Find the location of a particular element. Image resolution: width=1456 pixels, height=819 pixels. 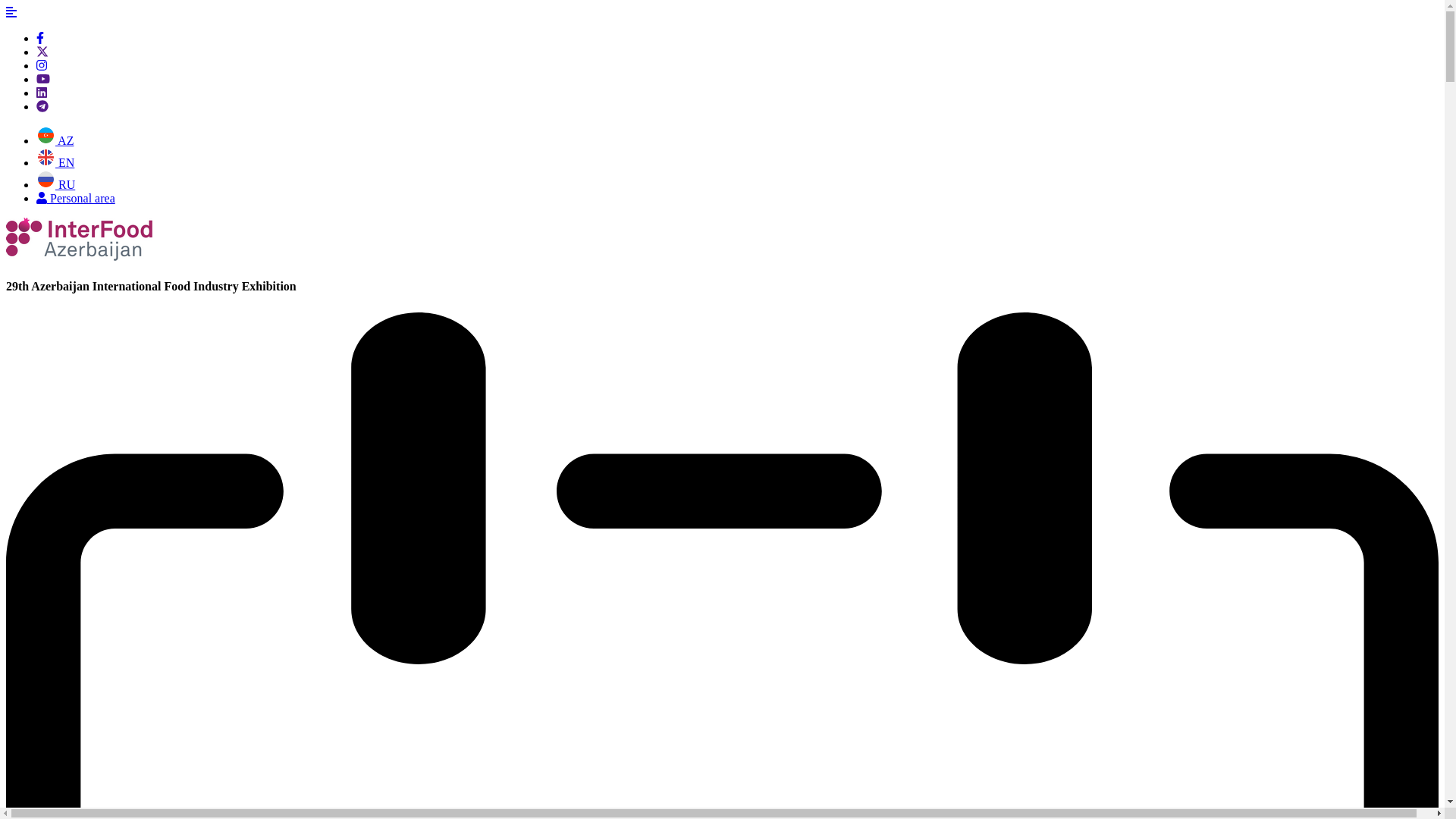

'Personal area' is located at coordinates (75, 197).